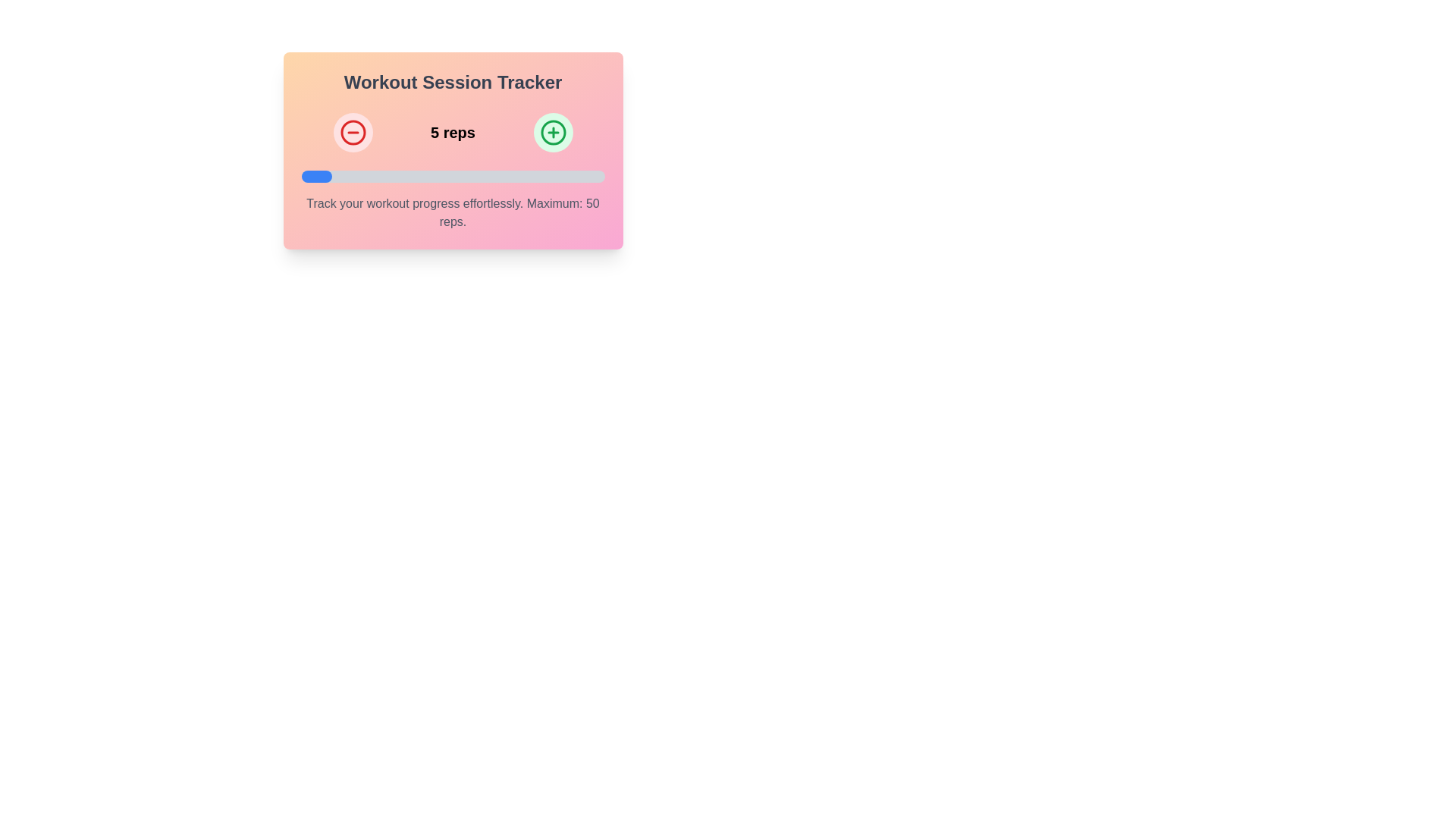 This screenshot has height=819, width=1456. I want to click on slider progress, so click(325, 175).